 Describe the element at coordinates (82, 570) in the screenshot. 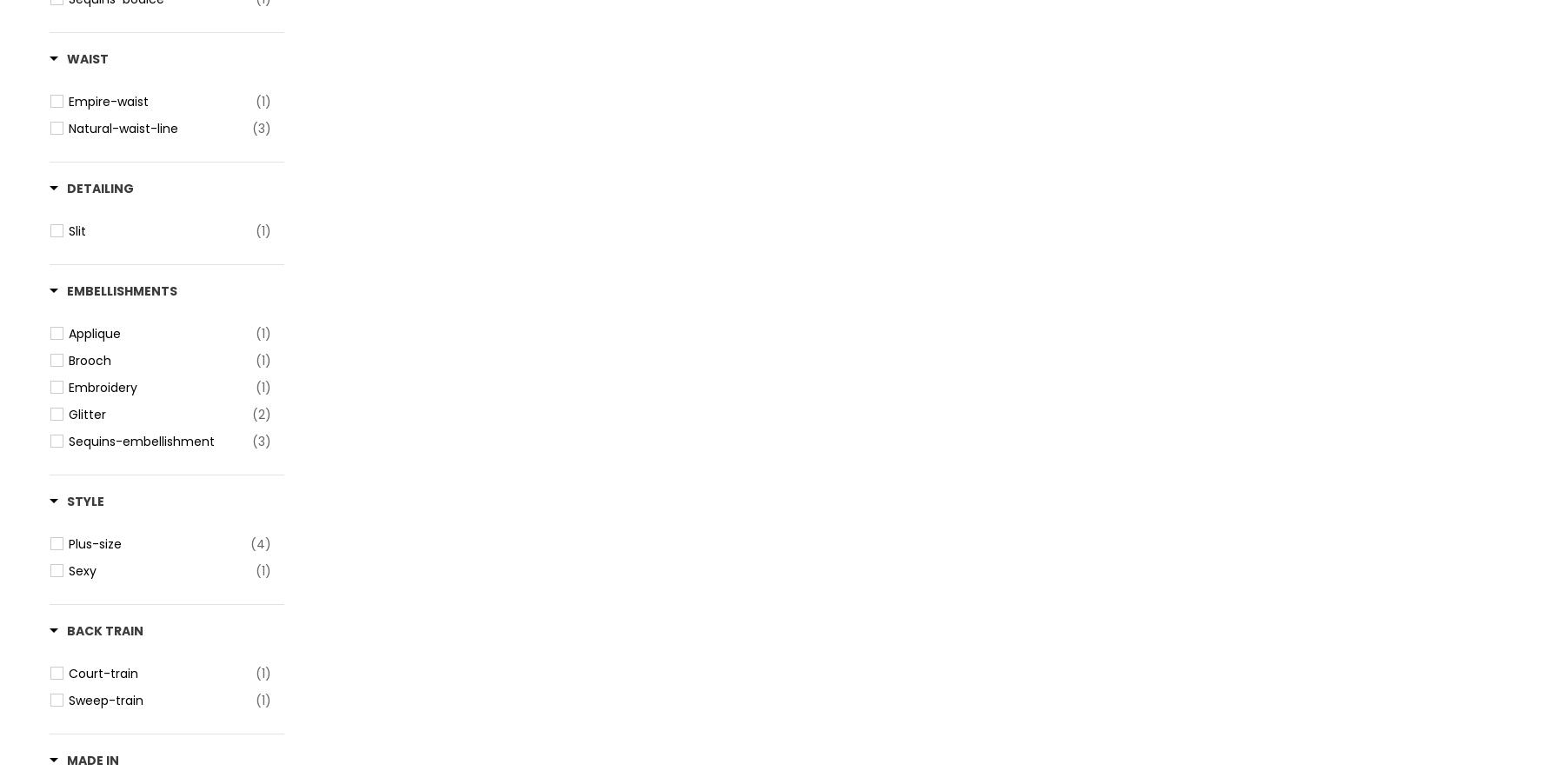

I see `'Sexy'` at that location.